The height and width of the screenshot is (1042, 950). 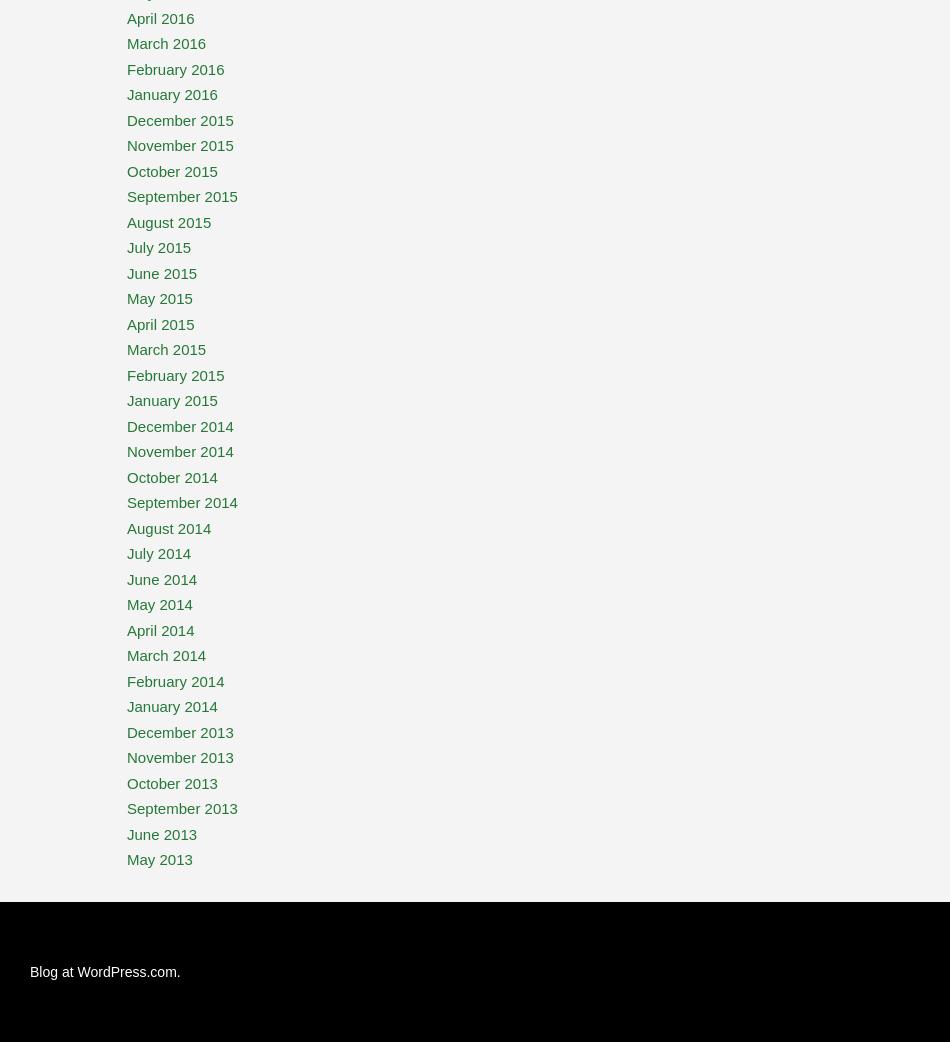 What do you see at coordinates (172, 705) in the screenshot?
I see `'January 2014'` at bounding box center [172, 705].